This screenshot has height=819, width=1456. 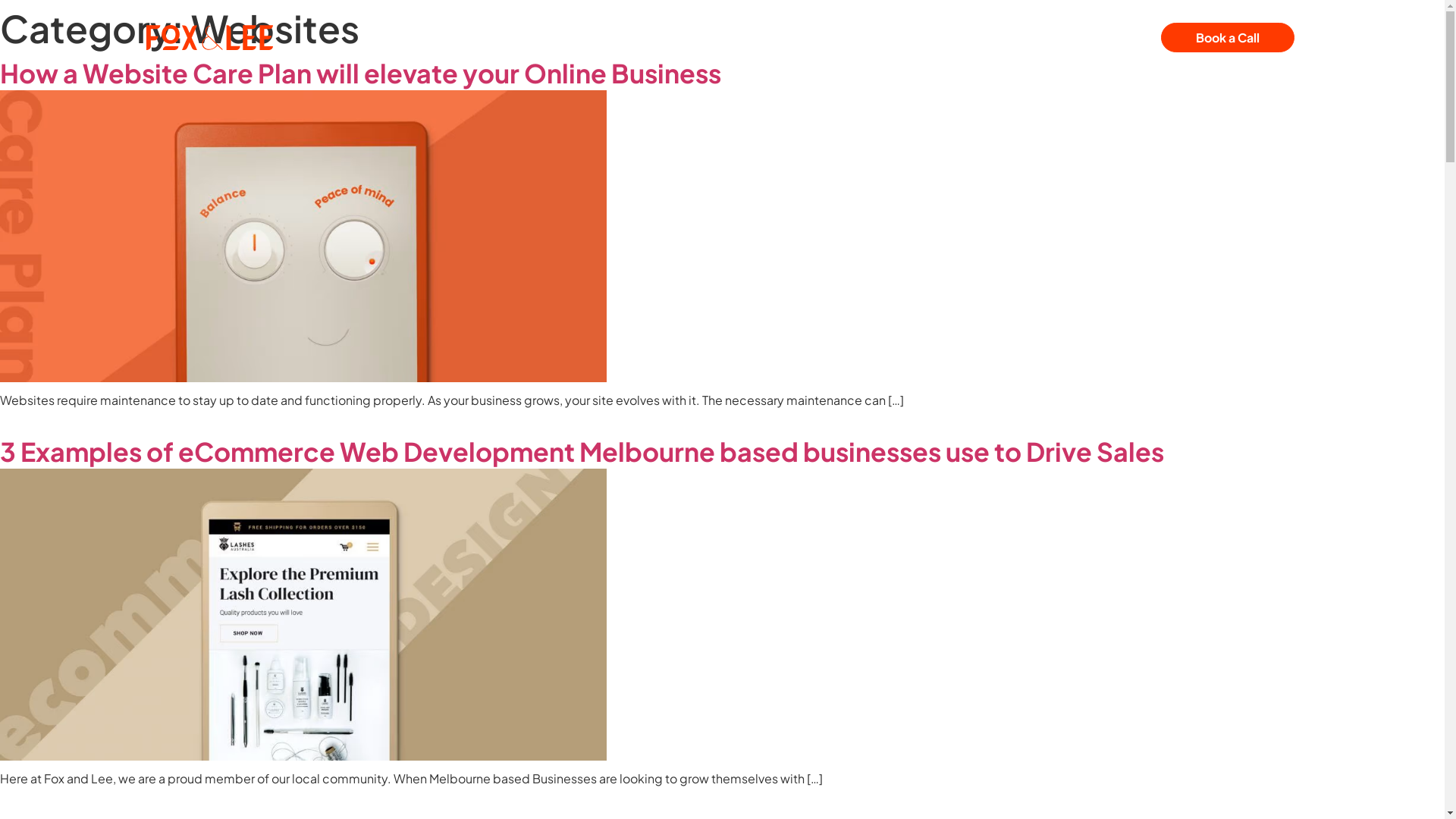 I want to click on 'Book a Call', so click(x=1227, y=36).